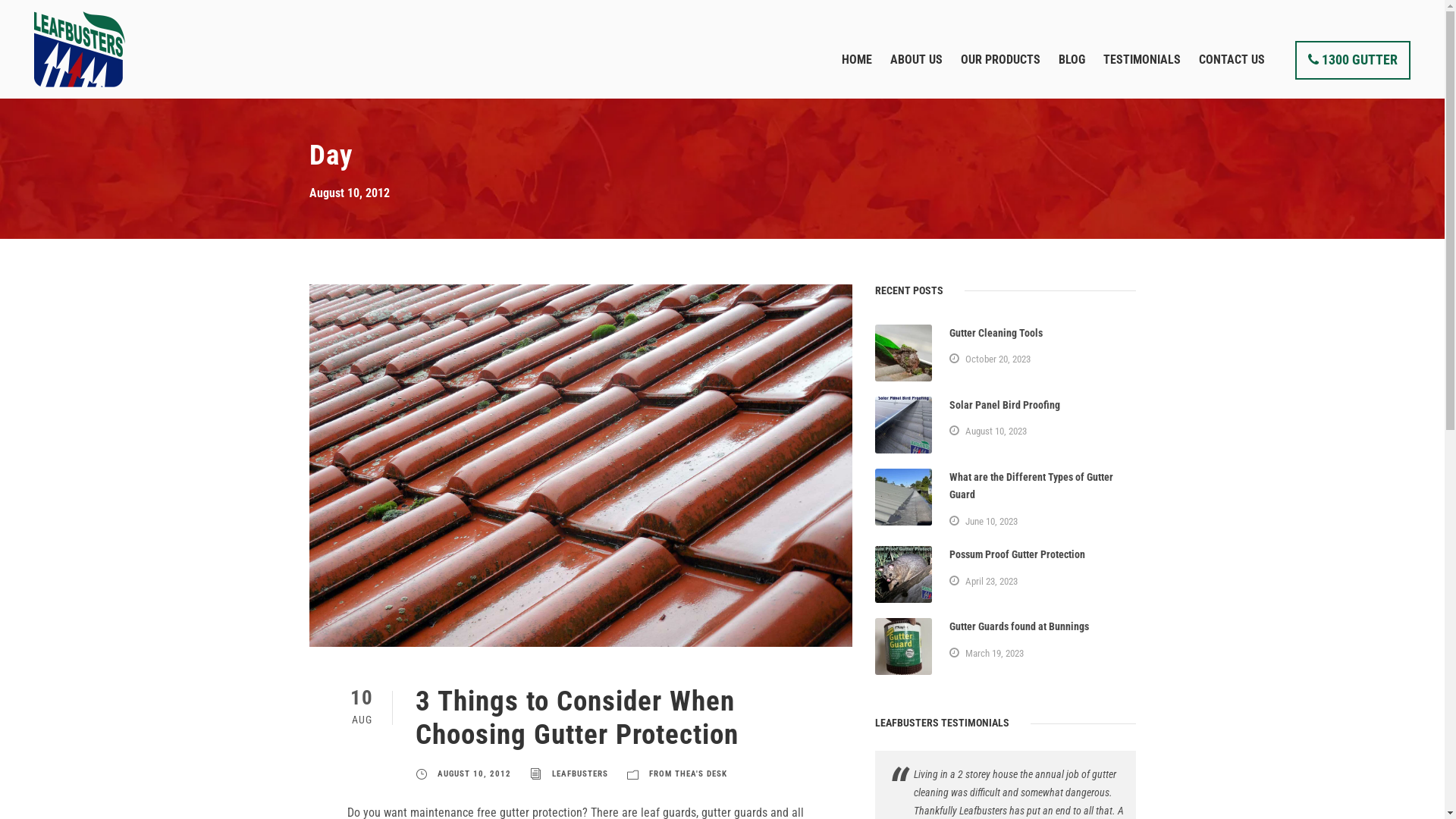 This screenshot has width=1456, height=819. What do you see at coordinates (579, 773) in the screenshot?
I see `'LEAFBUSTERS'` at bounding box center [579, 773].